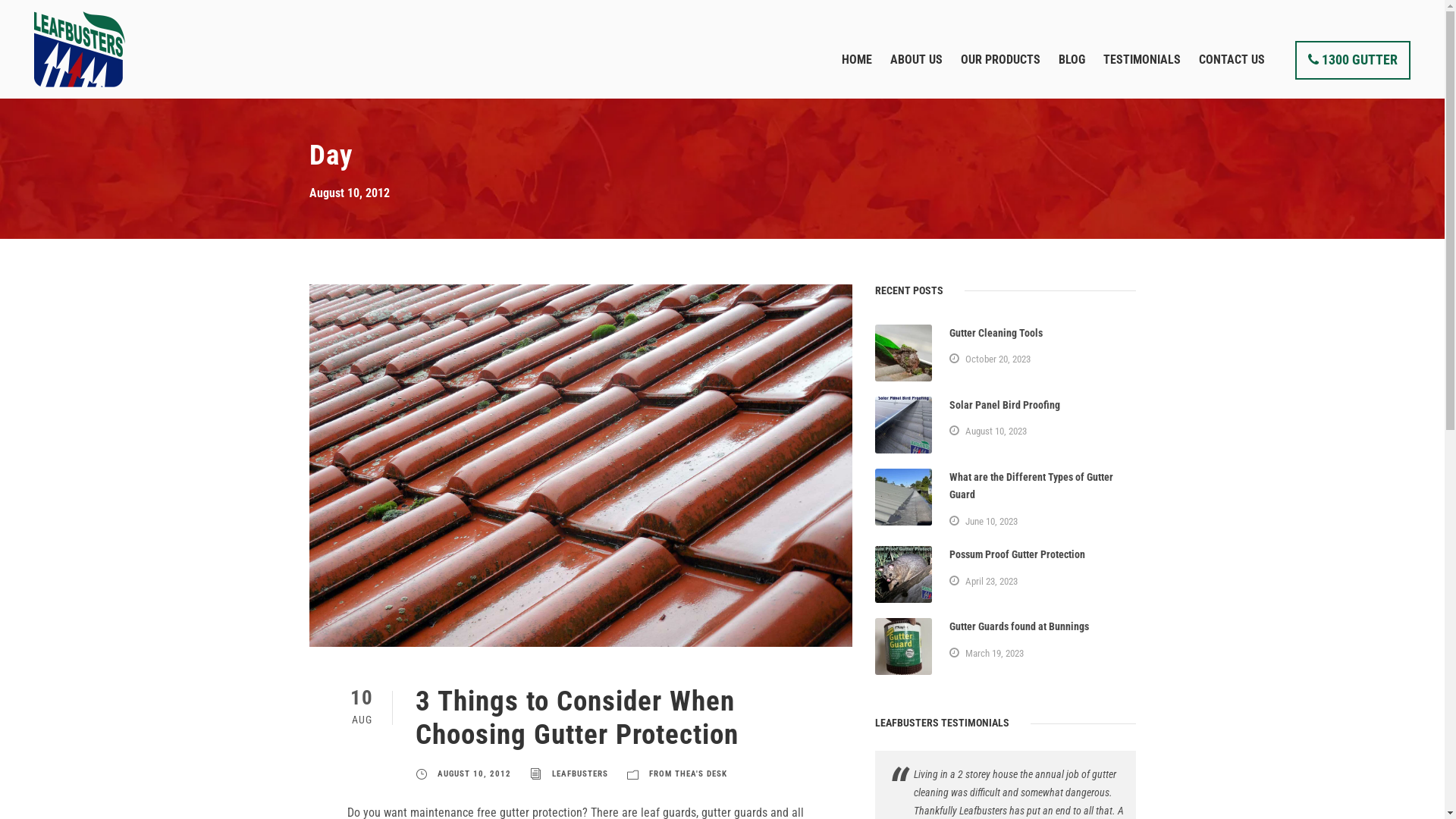 This screenshot has width=1456, height=819. What do you see at coordinates (579, 773) in the screenshot?
I see `'LEAFBUSTERS'` at bounding box center [579, 773].